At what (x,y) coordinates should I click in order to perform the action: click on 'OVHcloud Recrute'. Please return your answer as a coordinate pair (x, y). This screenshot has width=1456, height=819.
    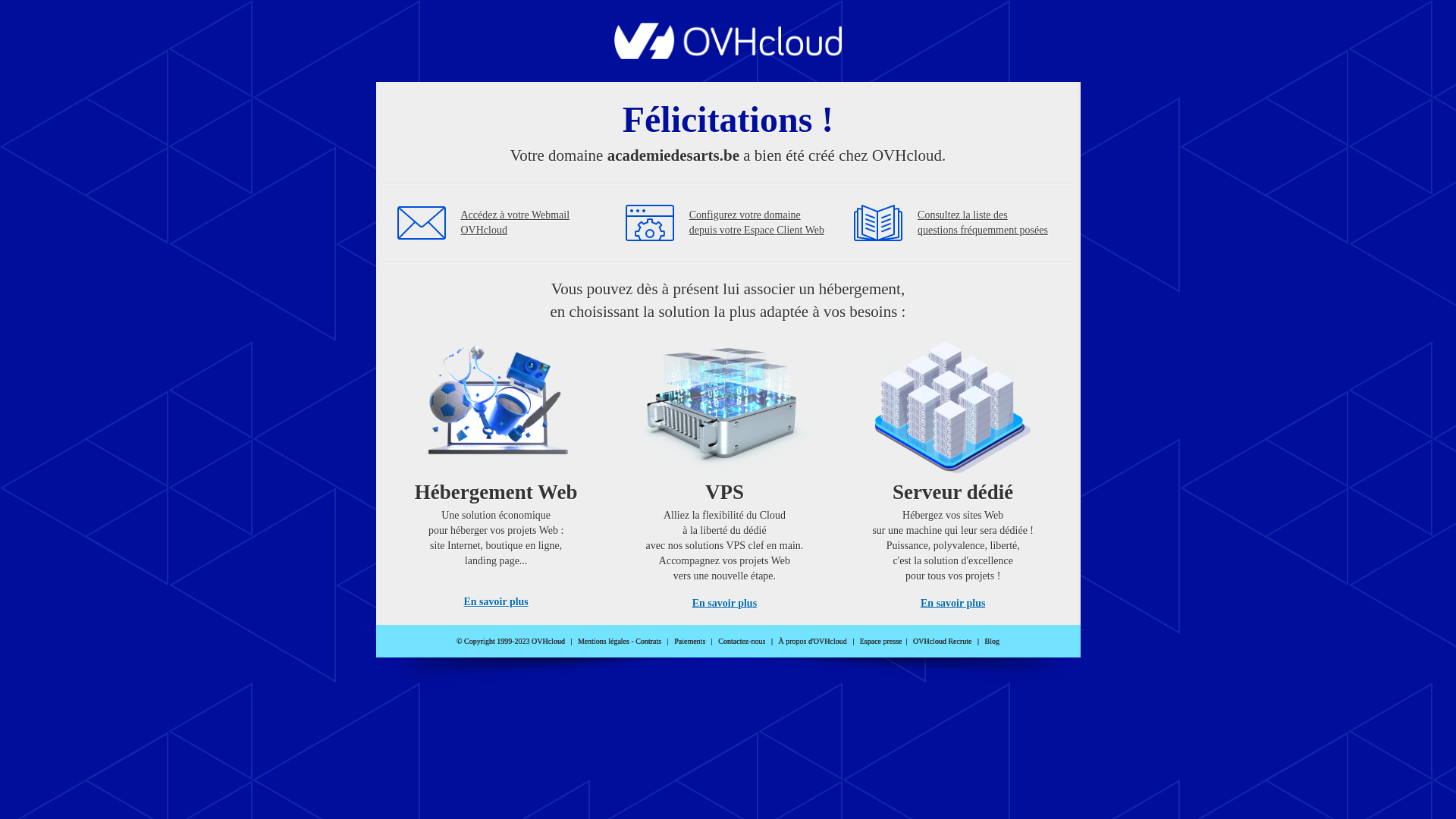
    Looking at the image, I should click on (941, 641).